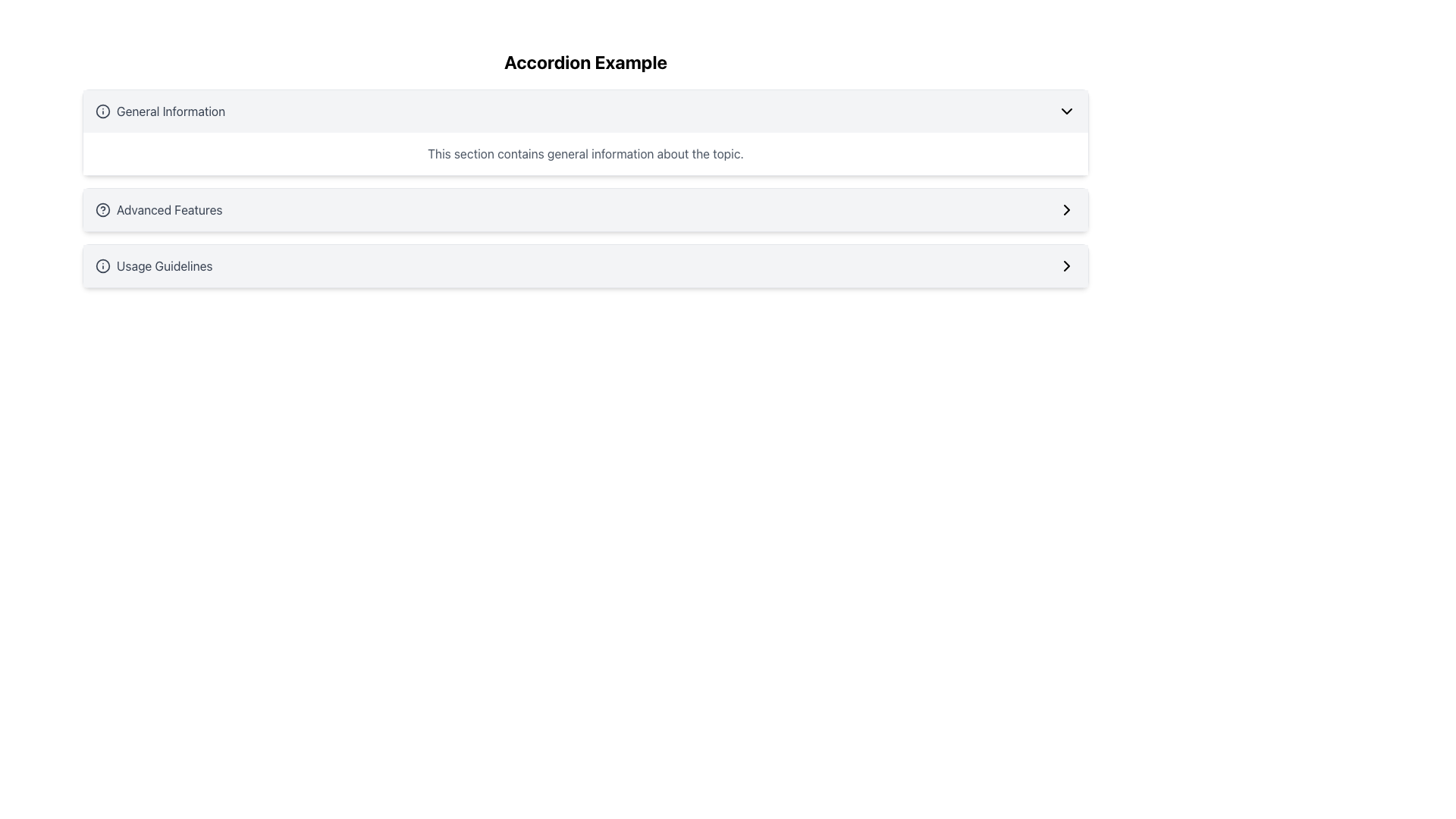  I want to click on the right-pointing chevron icon next to the 'Advanced Features' section title, so click(1065, 210).